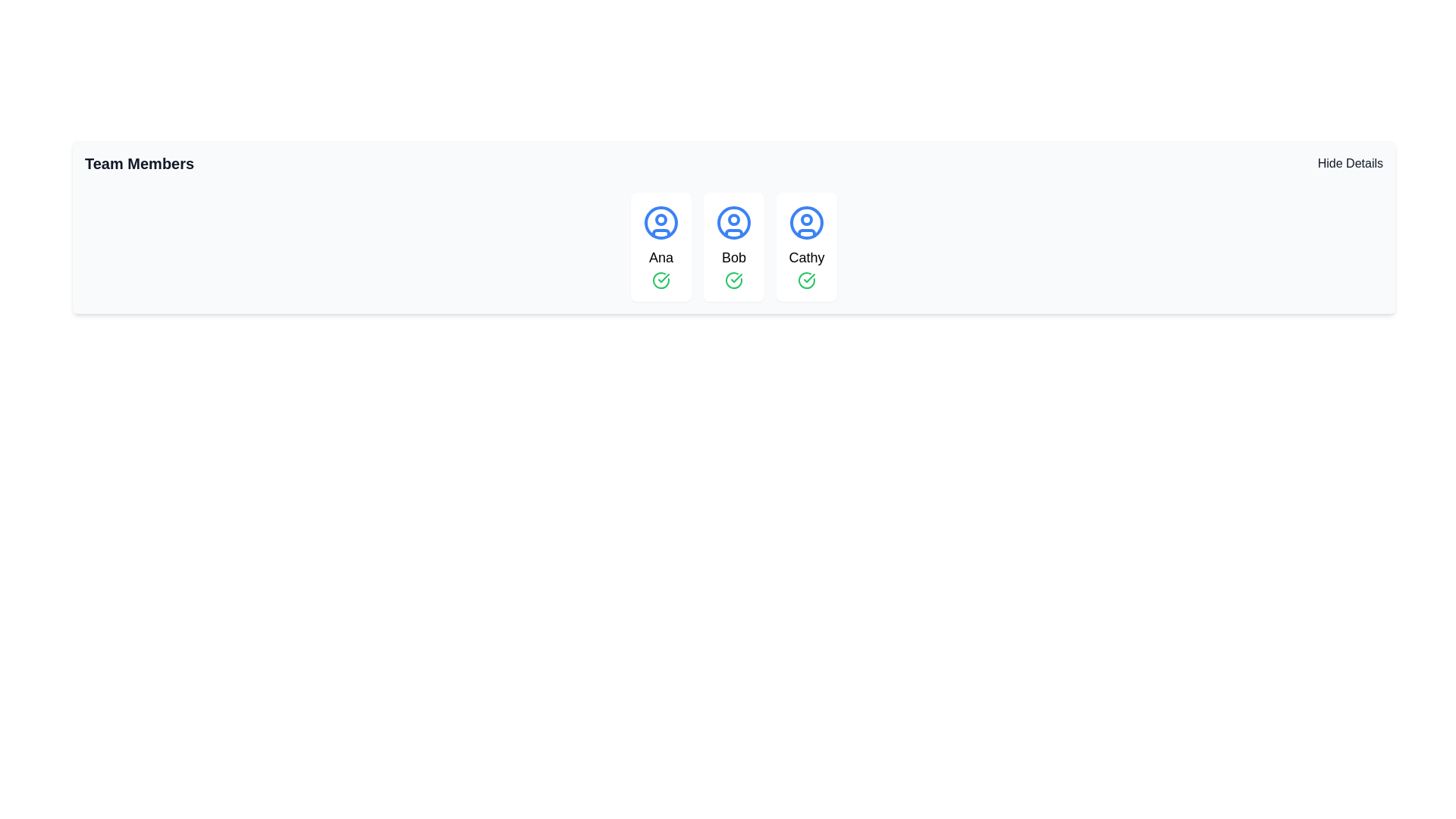 The width and height of the screenshot is (1456, 819). What do you see at coordinates (661, 256) in the screenshot?
I see `the text label displaying the name 'Ana', which is located beneath a user profile icon in a vertically aligned group of user profile cards` at bounding box center [661, 256].